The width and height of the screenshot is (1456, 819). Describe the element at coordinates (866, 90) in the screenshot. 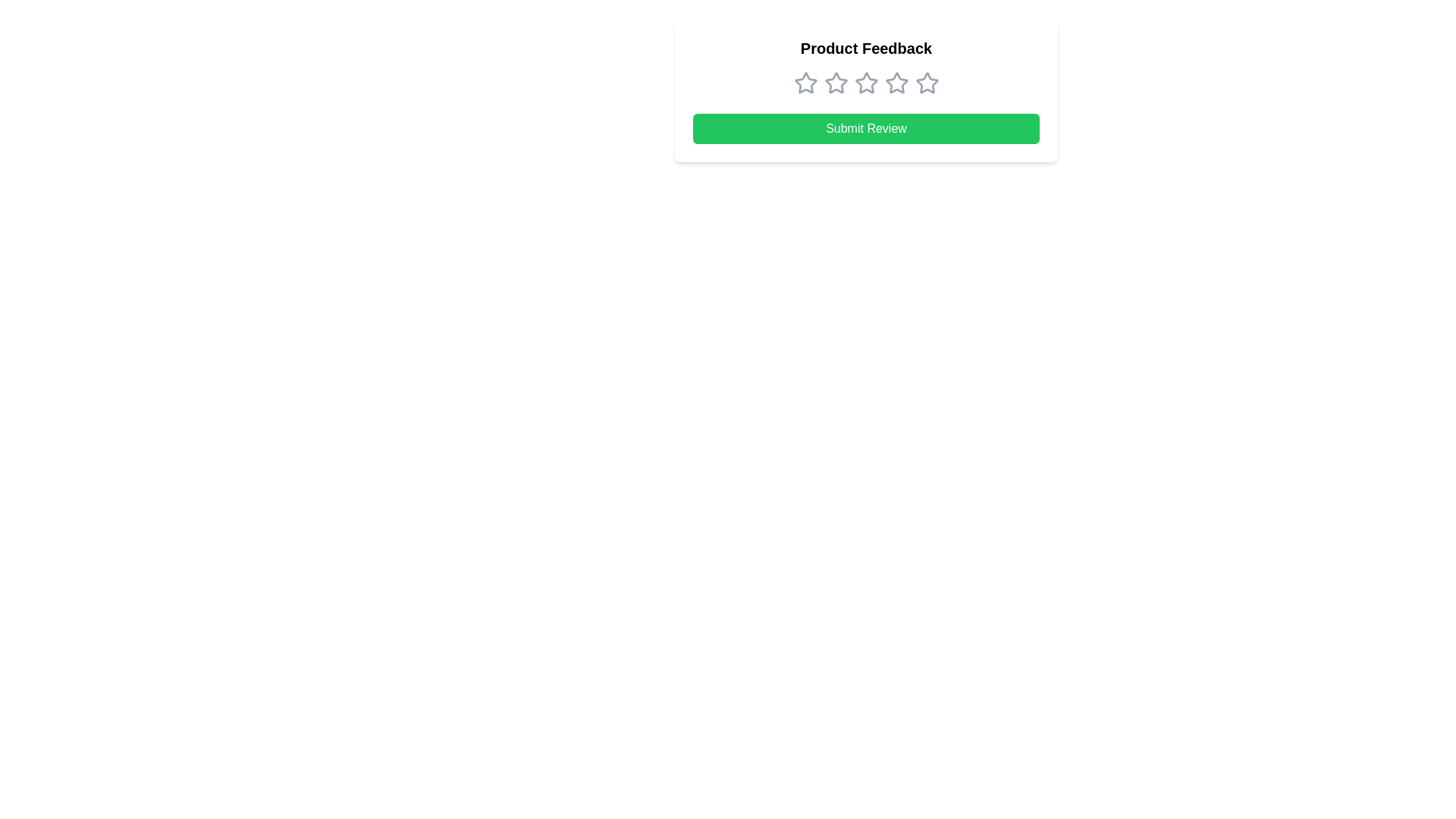

I see `the star-based rating interface in the product feedback section` at that location.